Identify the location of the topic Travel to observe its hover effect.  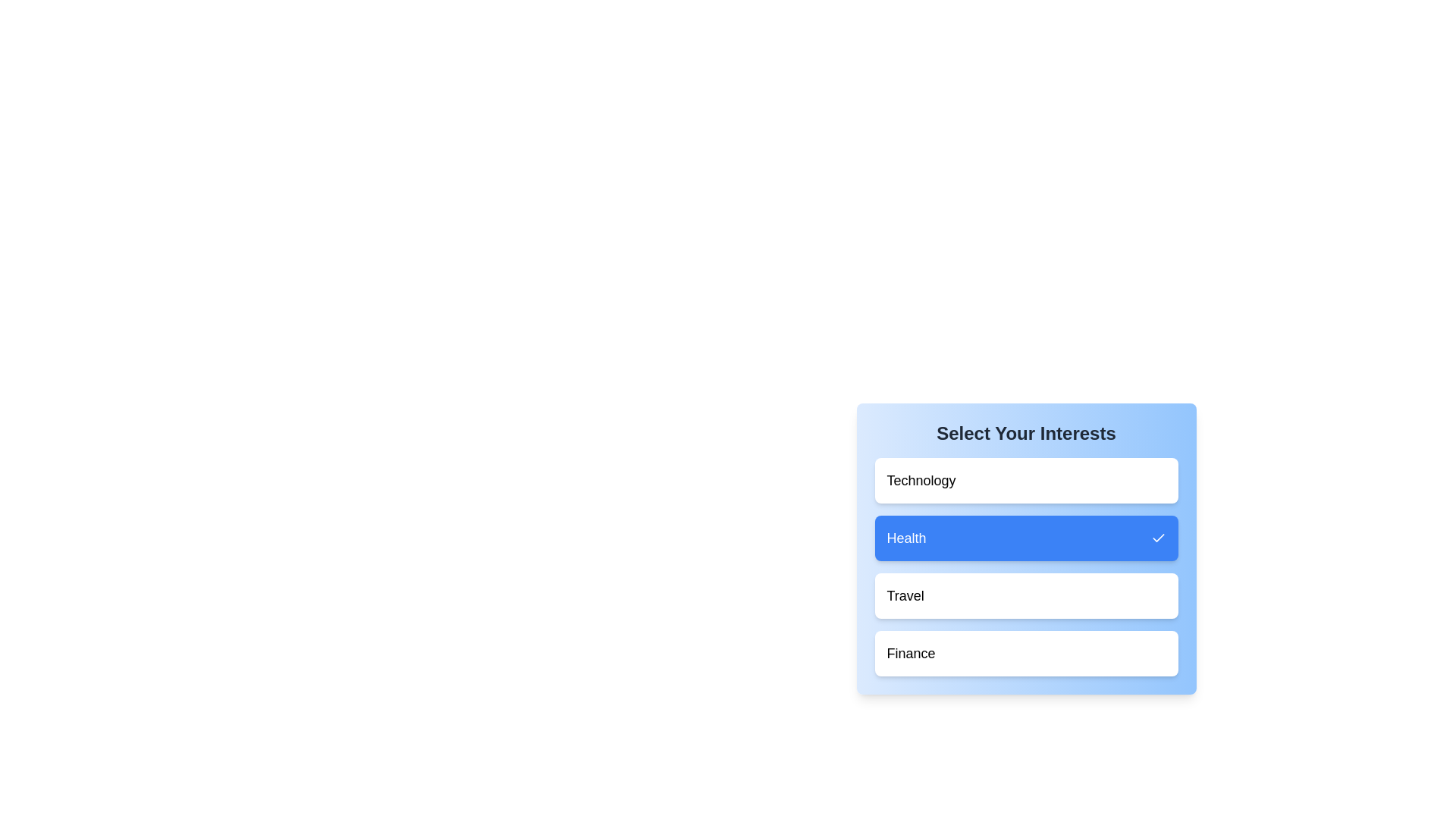
(1026, 595).